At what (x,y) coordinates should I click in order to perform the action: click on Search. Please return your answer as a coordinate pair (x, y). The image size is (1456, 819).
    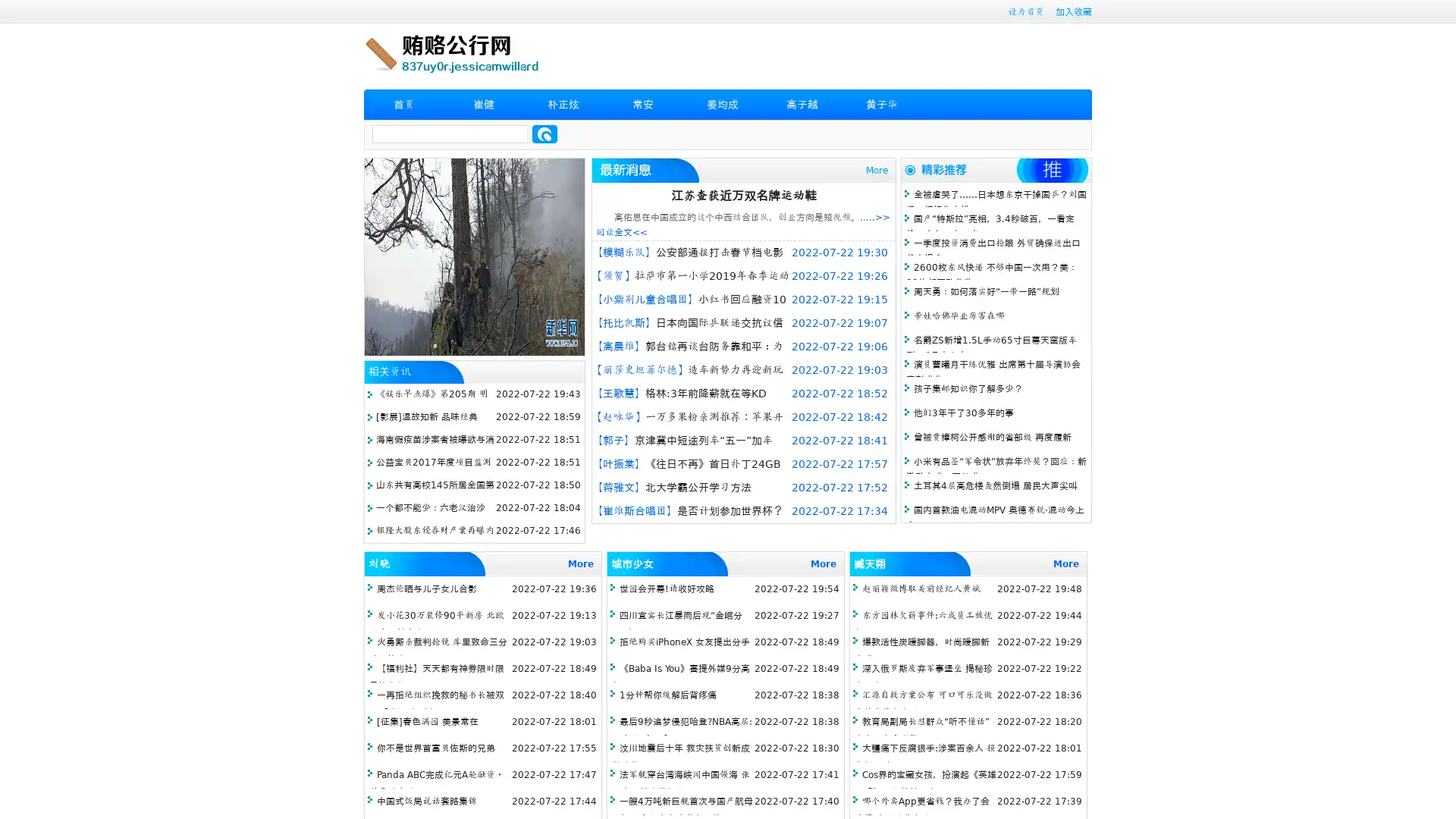
    Looking at the image, I should click on (544, 133).